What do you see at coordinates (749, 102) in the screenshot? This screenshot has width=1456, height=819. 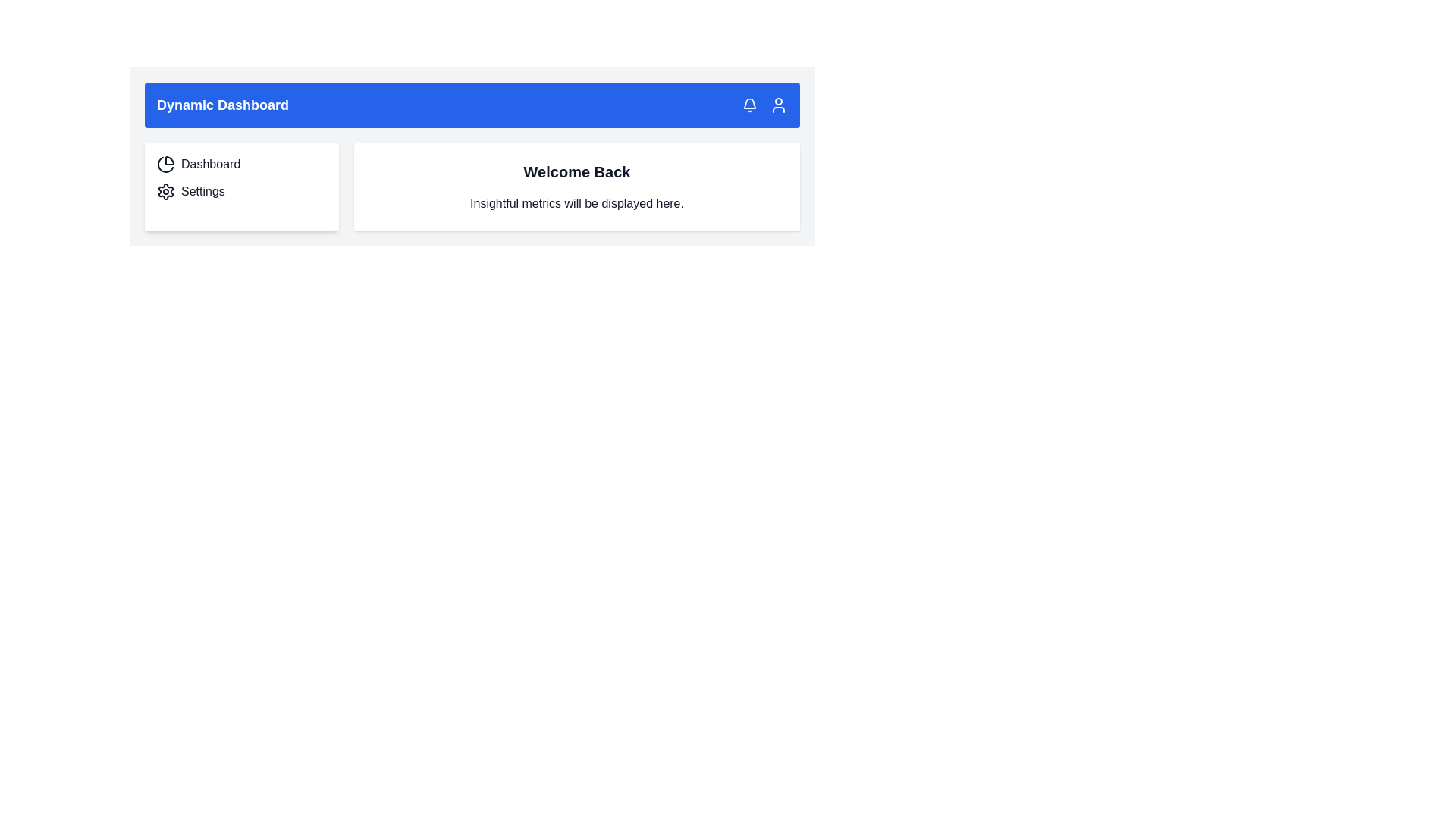 I see `the upper section of the bell icon in the top-right corner of the page, which is part of the notification feature` at bounding box center [749, 102].